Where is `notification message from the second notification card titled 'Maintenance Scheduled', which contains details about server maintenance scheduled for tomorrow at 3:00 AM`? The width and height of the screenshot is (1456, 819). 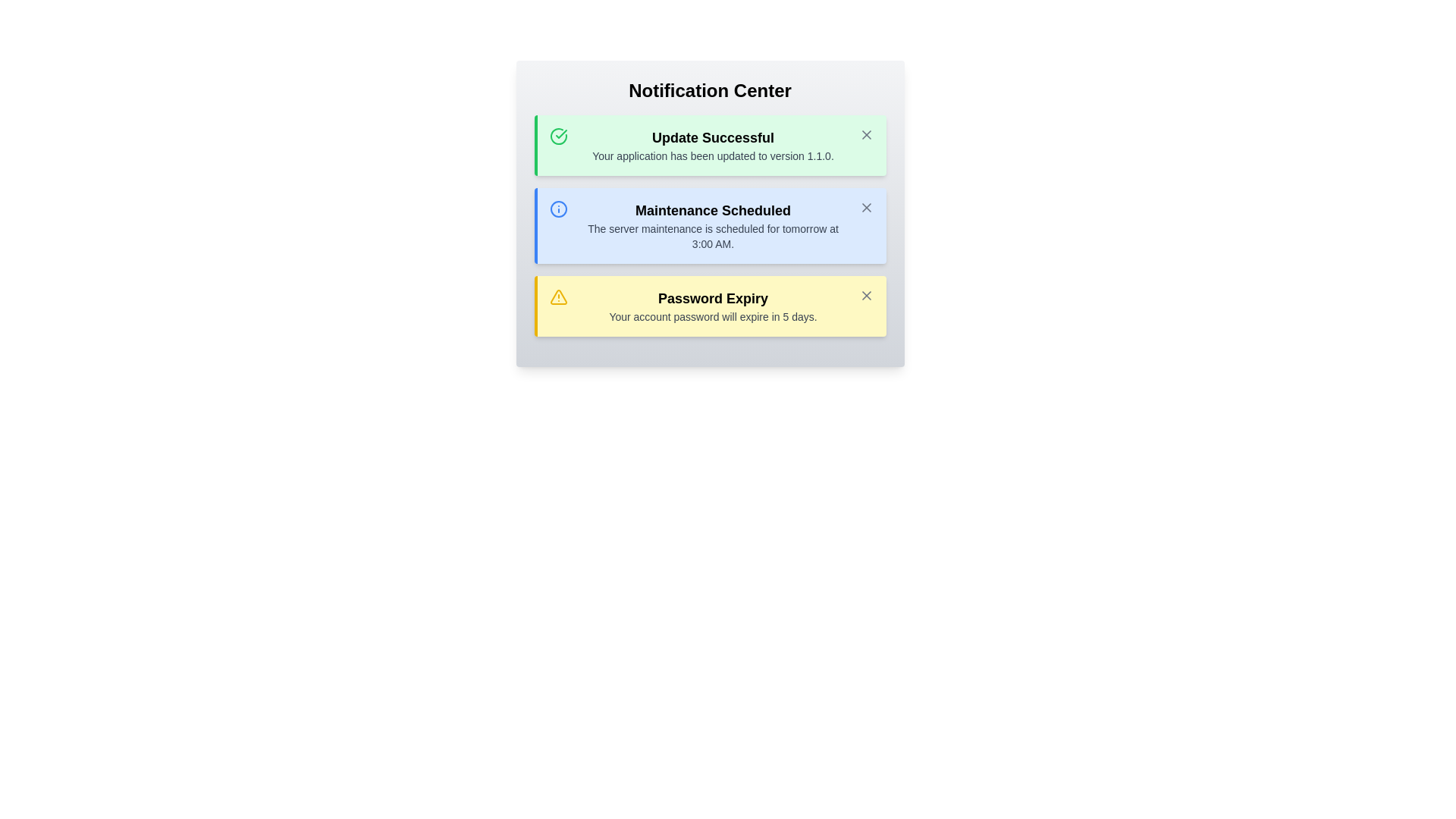
notification message from the second notification card titled 'Maintenance Scheduled', which contains details about server maintenance scheduled for tomorrow at 3:00 AM is located at coordinates (709, 225).